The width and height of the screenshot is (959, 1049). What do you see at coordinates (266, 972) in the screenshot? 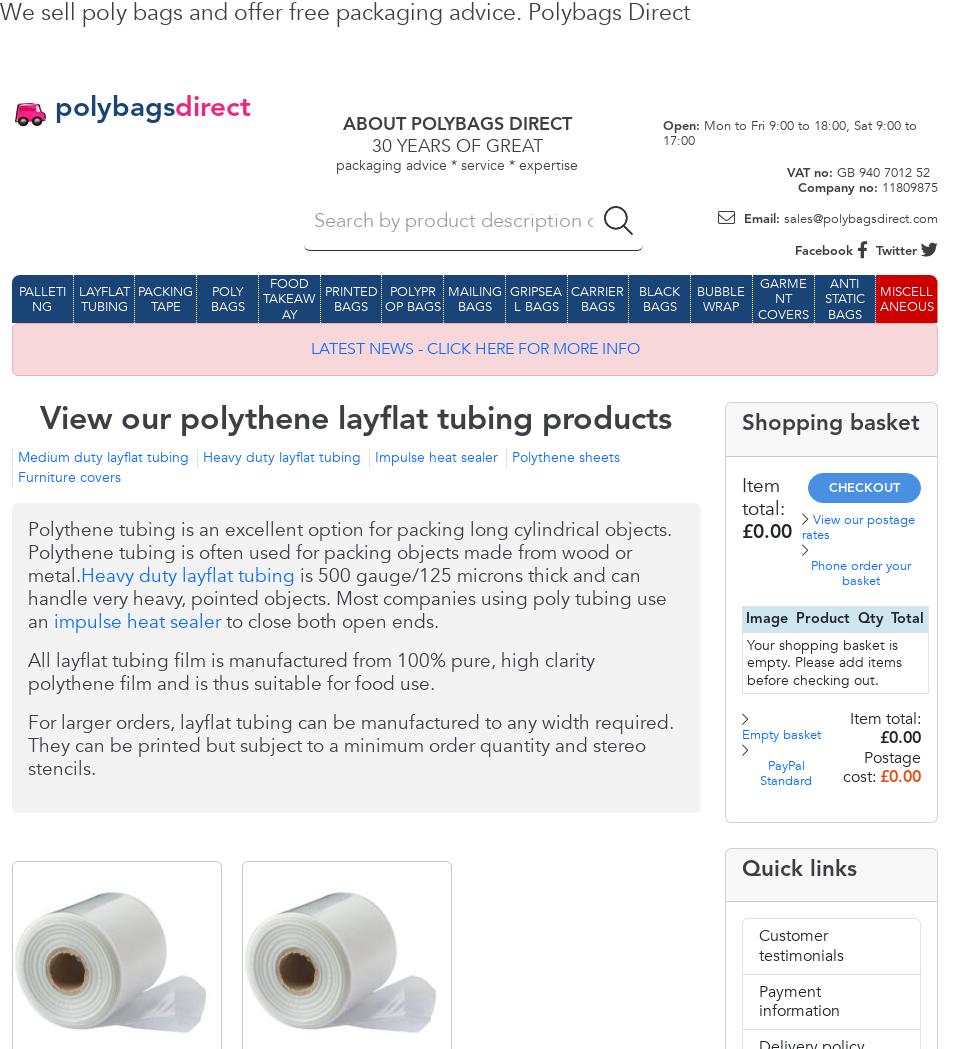
I see `'or call'` at bounding box center [266, 972].